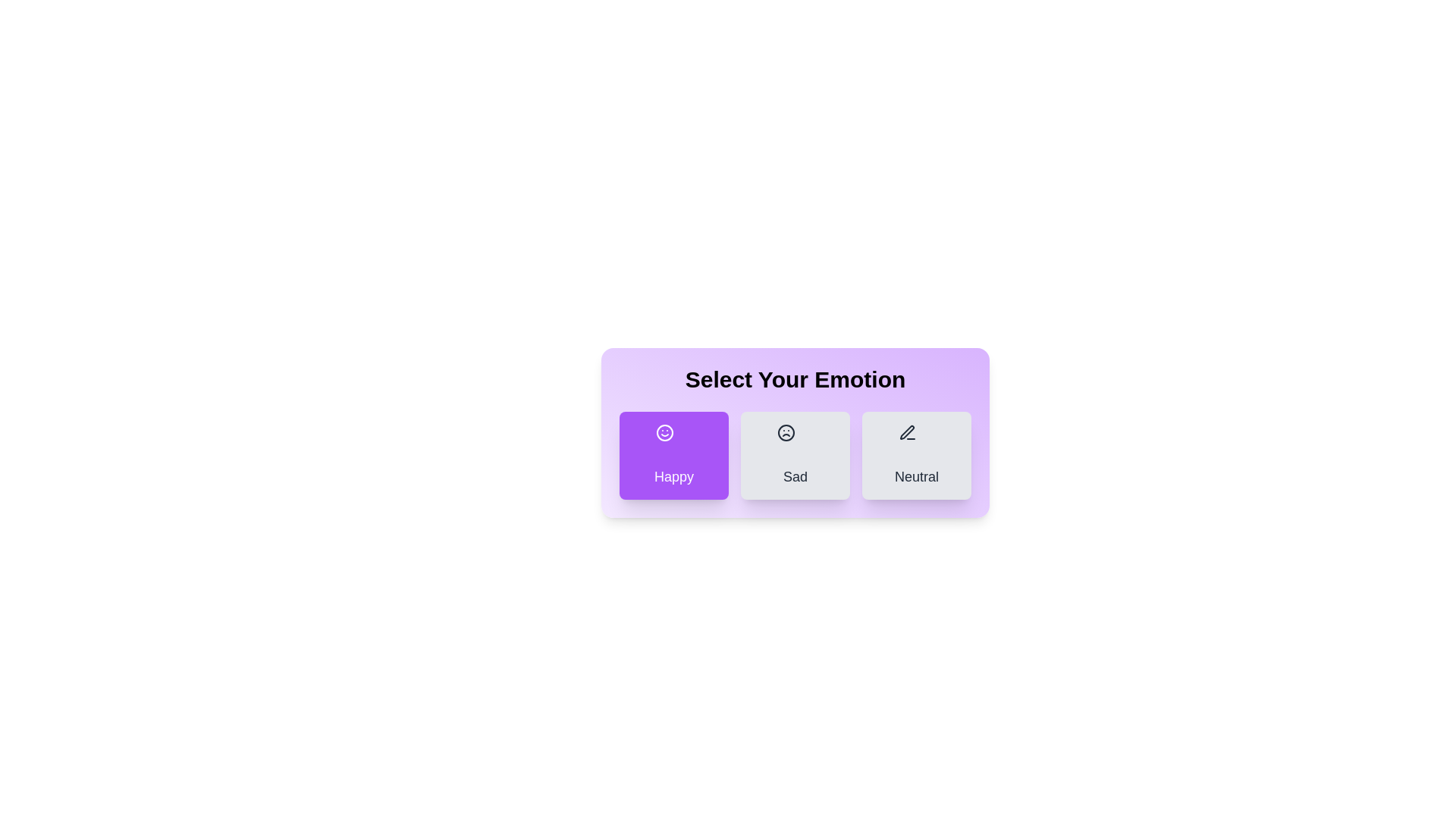  Describe the element at coordinates (673, 455) in the screenshot. I see `the emotion Happy by clicking on the corresponding button` at that location.